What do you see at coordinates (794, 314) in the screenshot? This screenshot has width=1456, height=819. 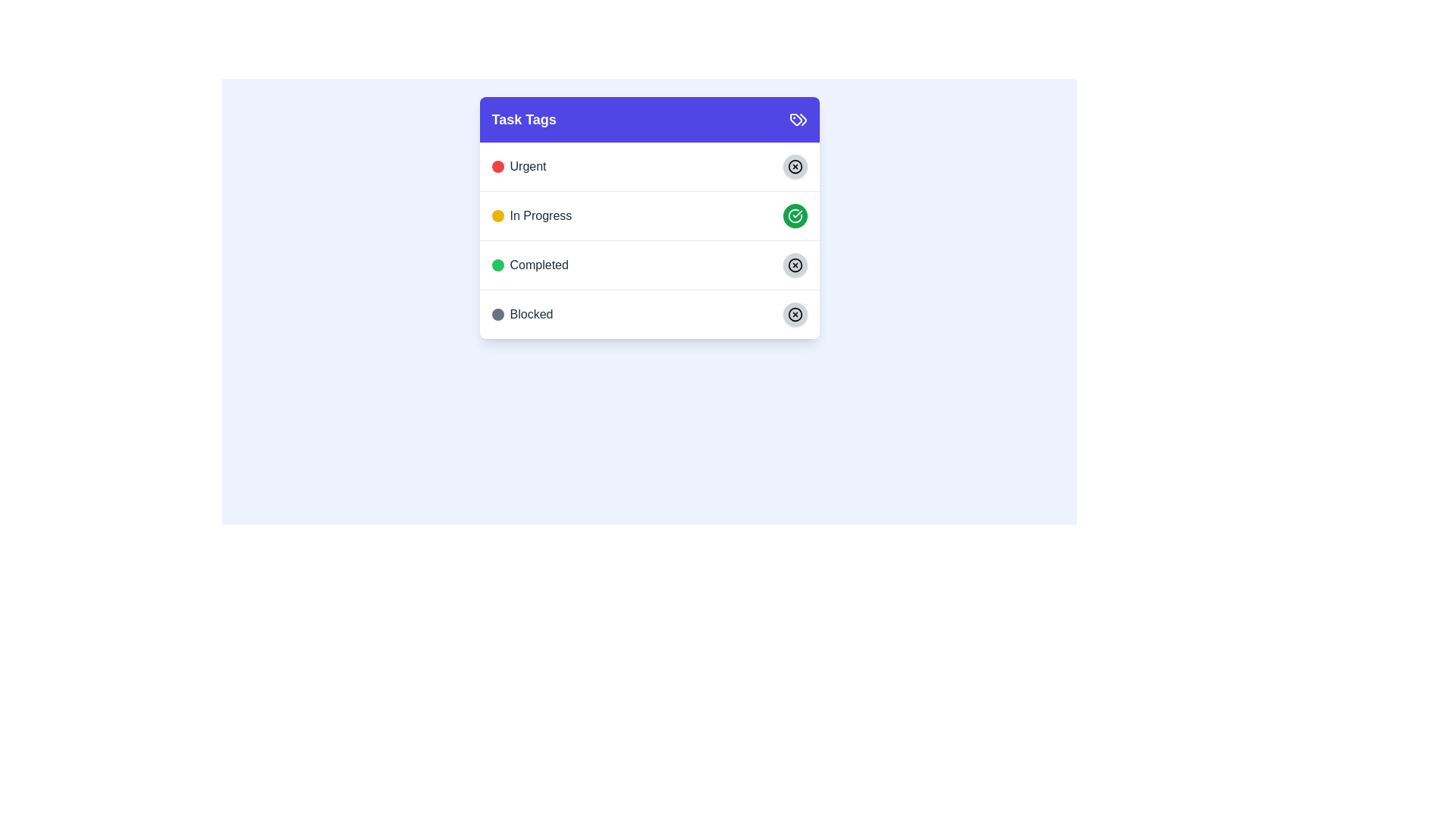 I see `the button at the far right end of the 'Blocked' row` at bounding box center [794, 314].